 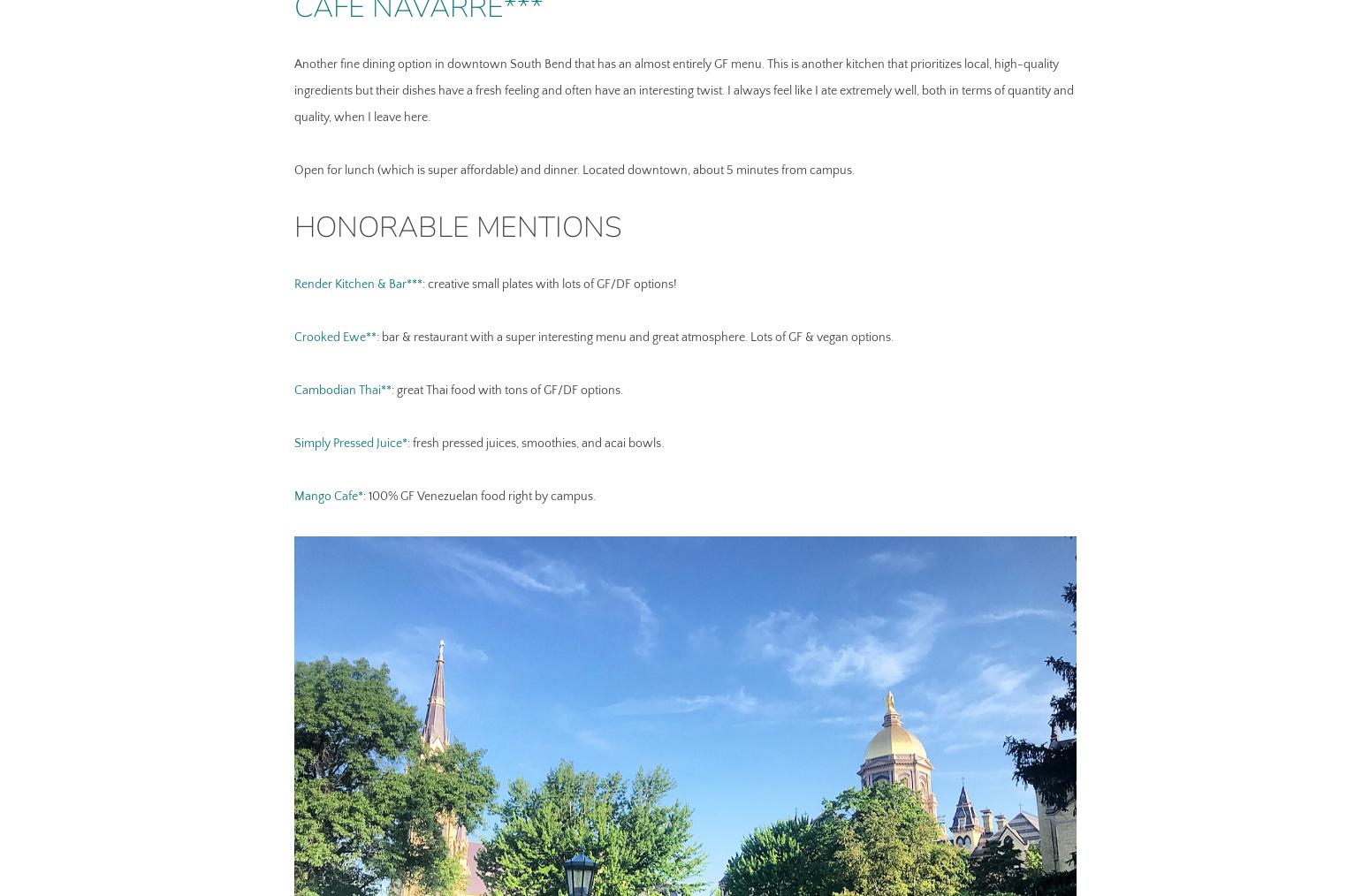 What do you see at coordinates (682, 90) in the screenshot?
I see `'Another fine dining option in downtown South Bend that has an almost entirely GF menu. This is another kitchen that prioritizes local, high-quality ingredients but their dishes have a fresh feeling and often have an interesting twist. I always feel like I ate extremely well, both in terms of quantity and quality, when I leave here.'` at bounding box center [682, 90].